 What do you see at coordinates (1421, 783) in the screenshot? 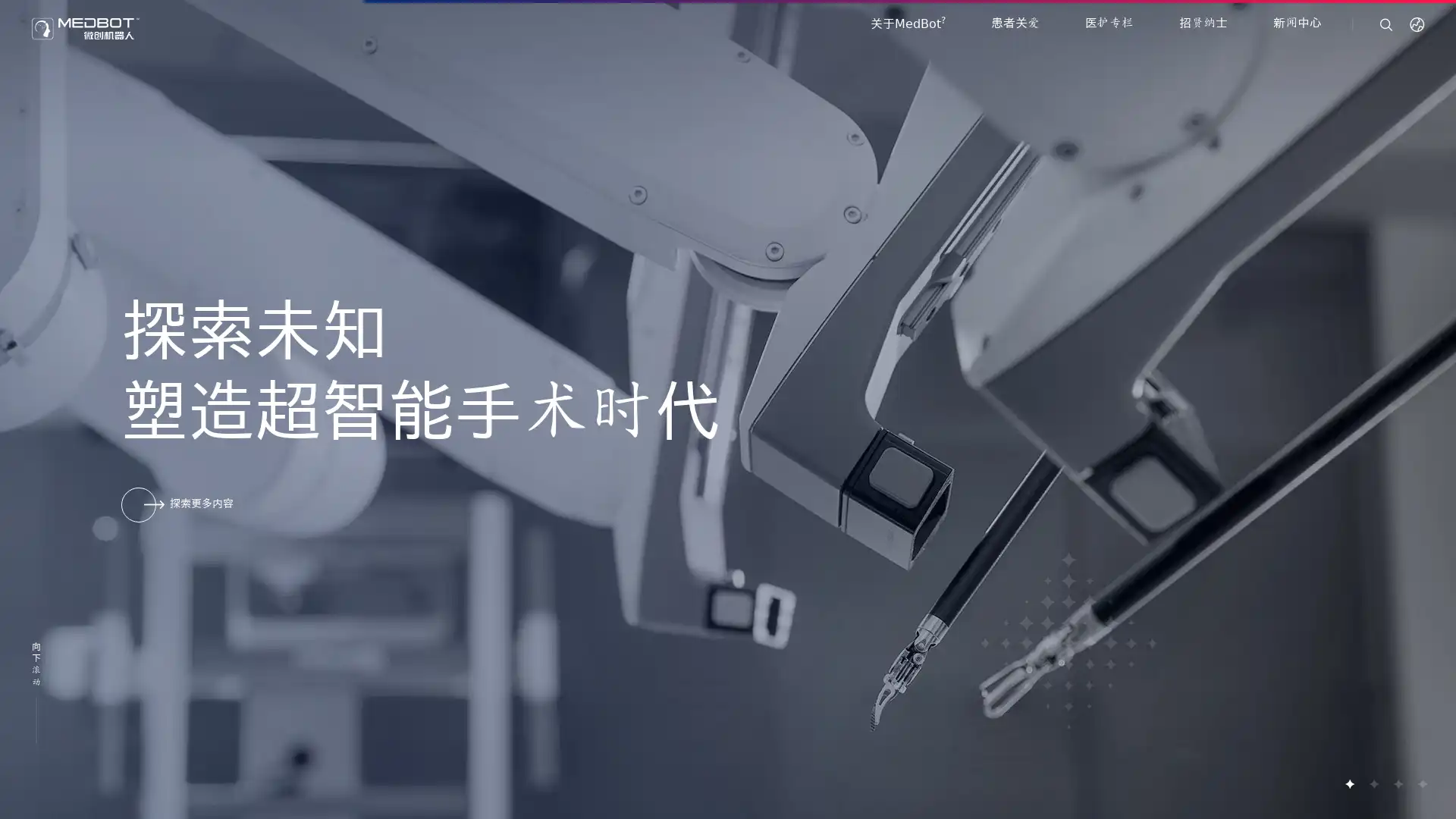
I see `Go to slide 4` at bounding box center [1421, 783].